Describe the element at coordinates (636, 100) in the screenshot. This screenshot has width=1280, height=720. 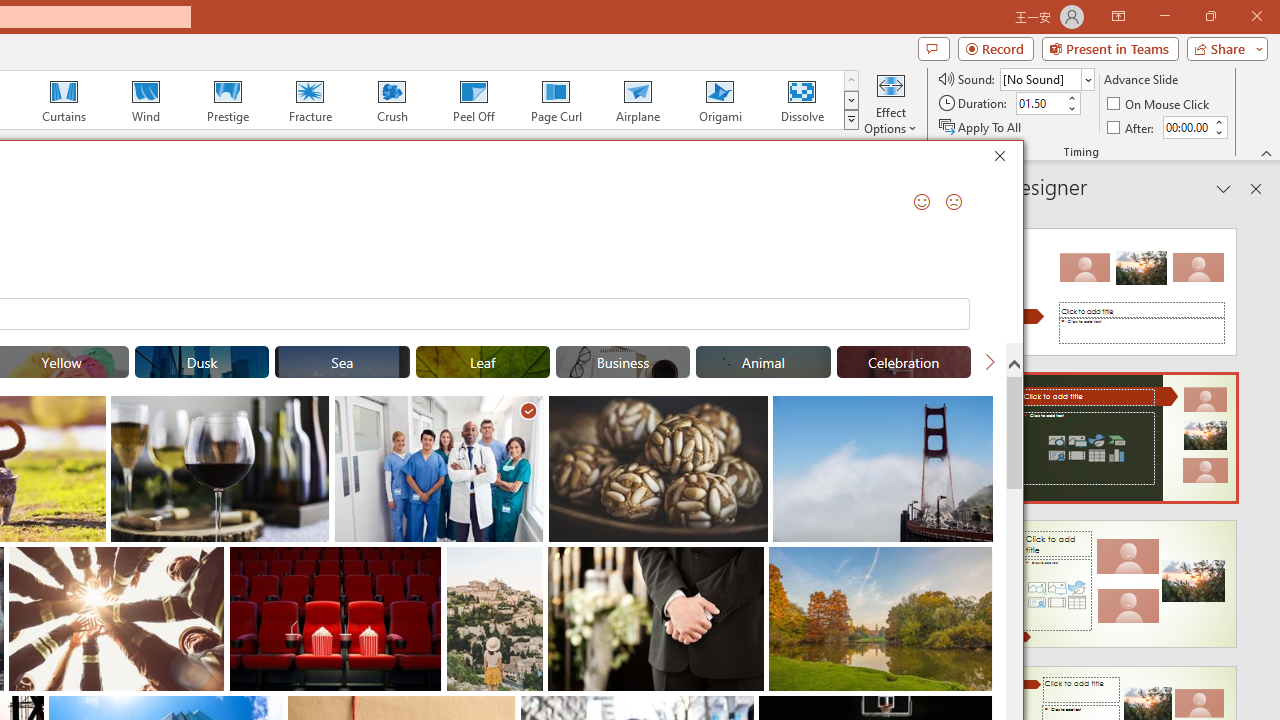
I see `'Airplane'` at that location.